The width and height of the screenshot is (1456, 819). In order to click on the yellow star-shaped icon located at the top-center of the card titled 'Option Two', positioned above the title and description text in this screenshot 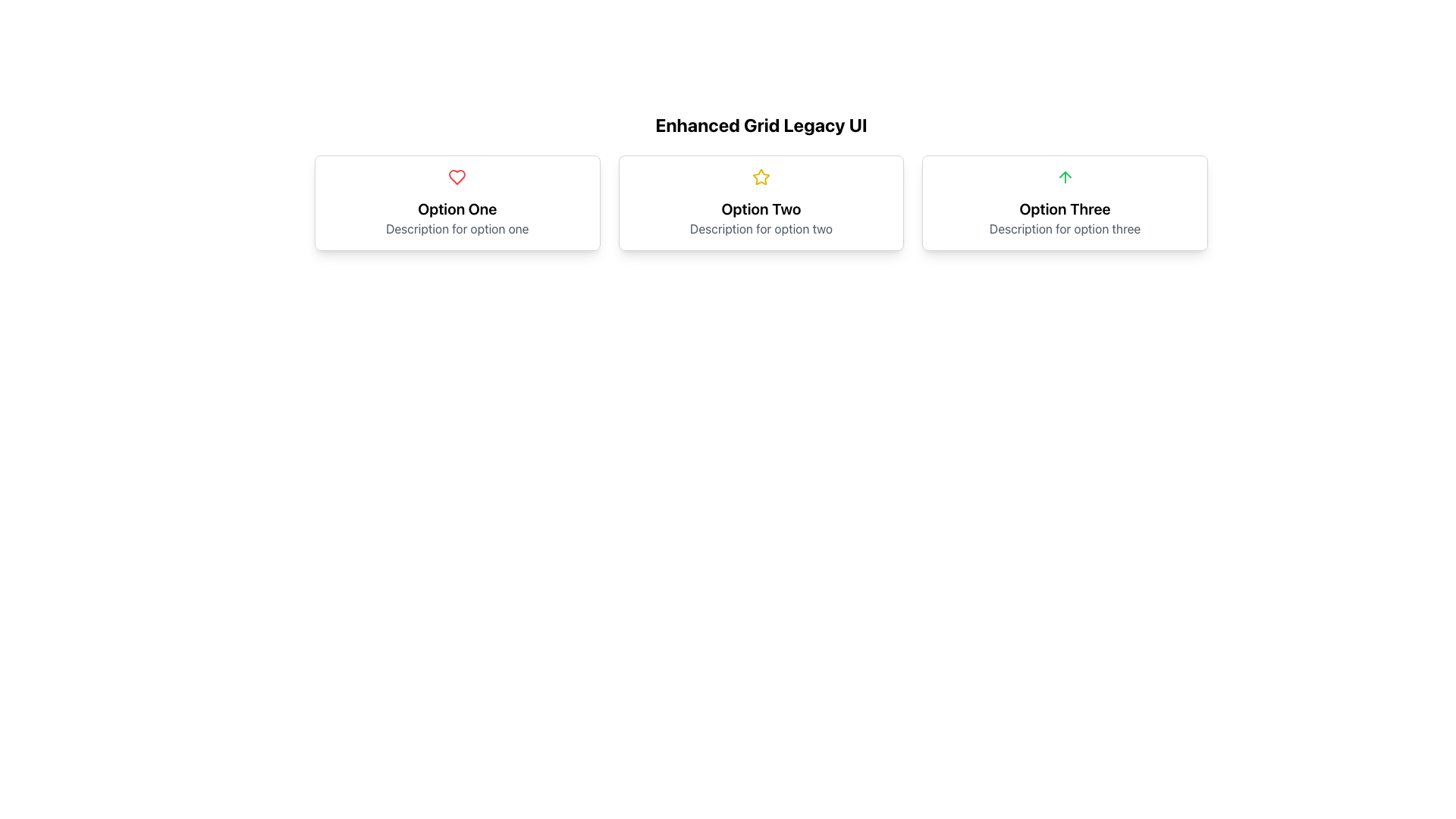, I will do `click(761, 177)`.